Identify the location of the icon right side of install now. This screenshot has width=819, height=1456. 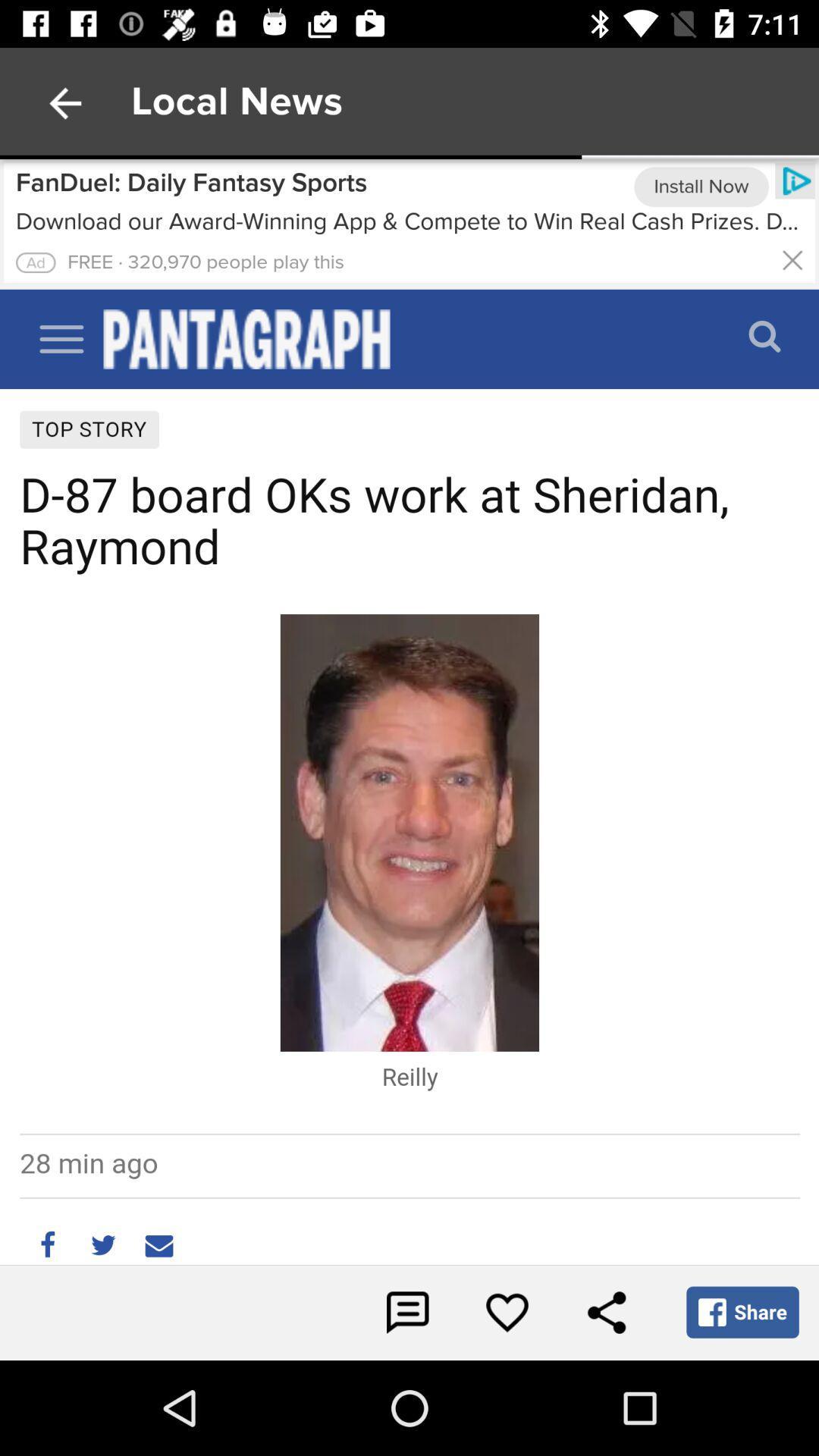
(796, 181).